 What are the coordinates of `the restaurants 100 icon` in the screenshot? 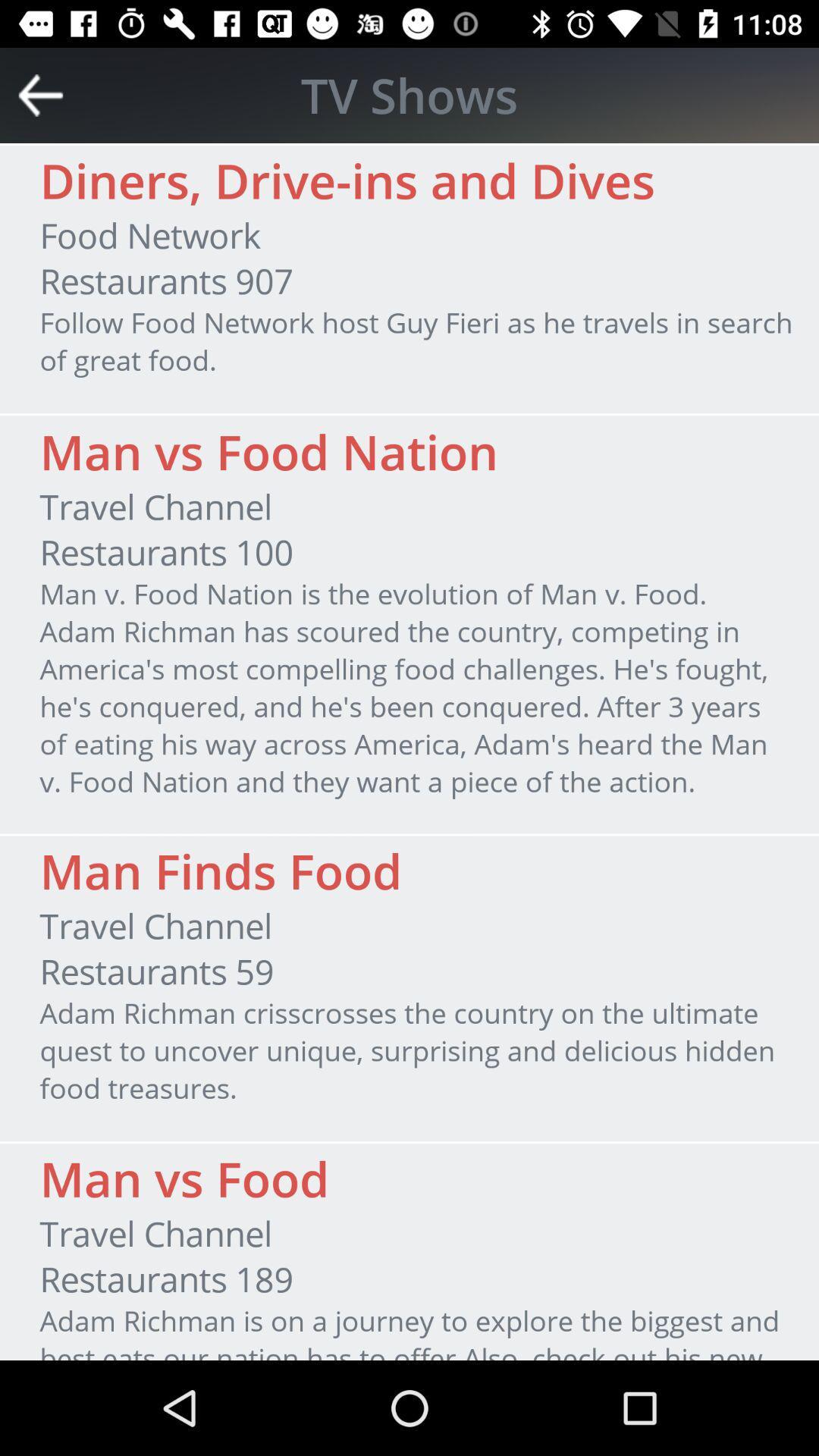 It's located at (166, 551).